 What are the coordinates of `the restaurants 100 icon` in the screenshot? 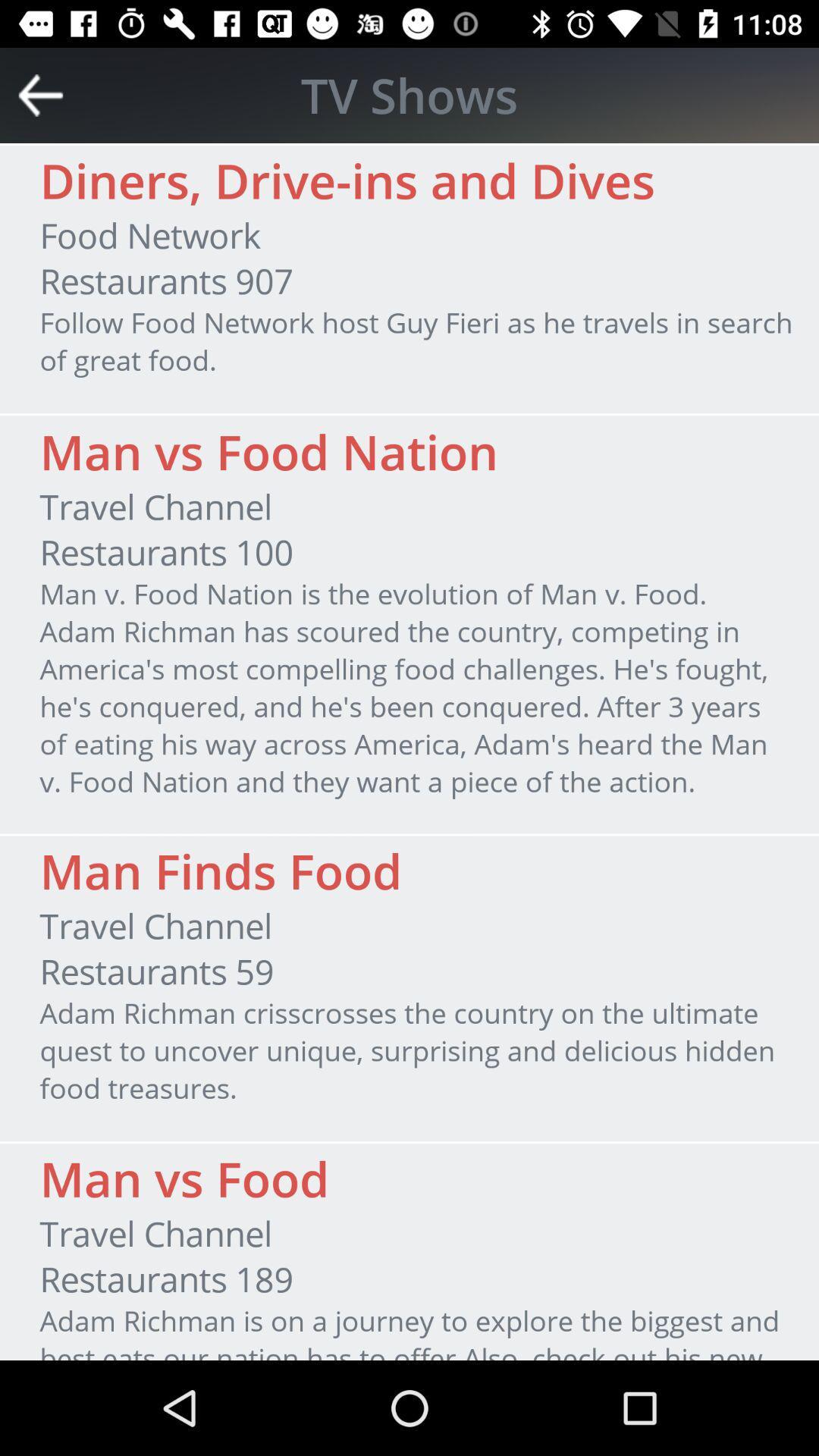 It's located at (166, 551).